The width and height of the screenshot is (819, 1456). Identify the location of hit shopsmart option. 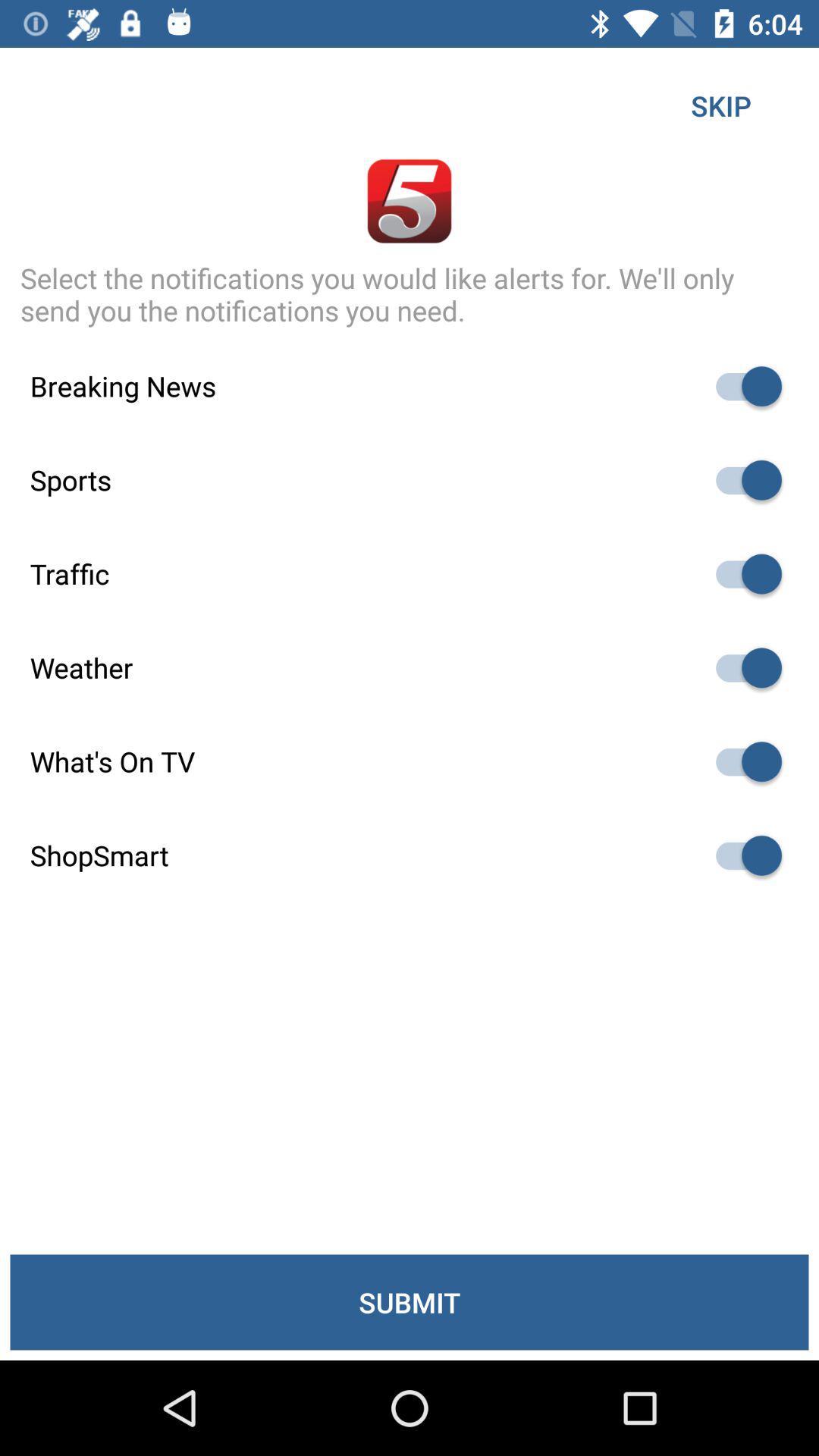
(741, 855).